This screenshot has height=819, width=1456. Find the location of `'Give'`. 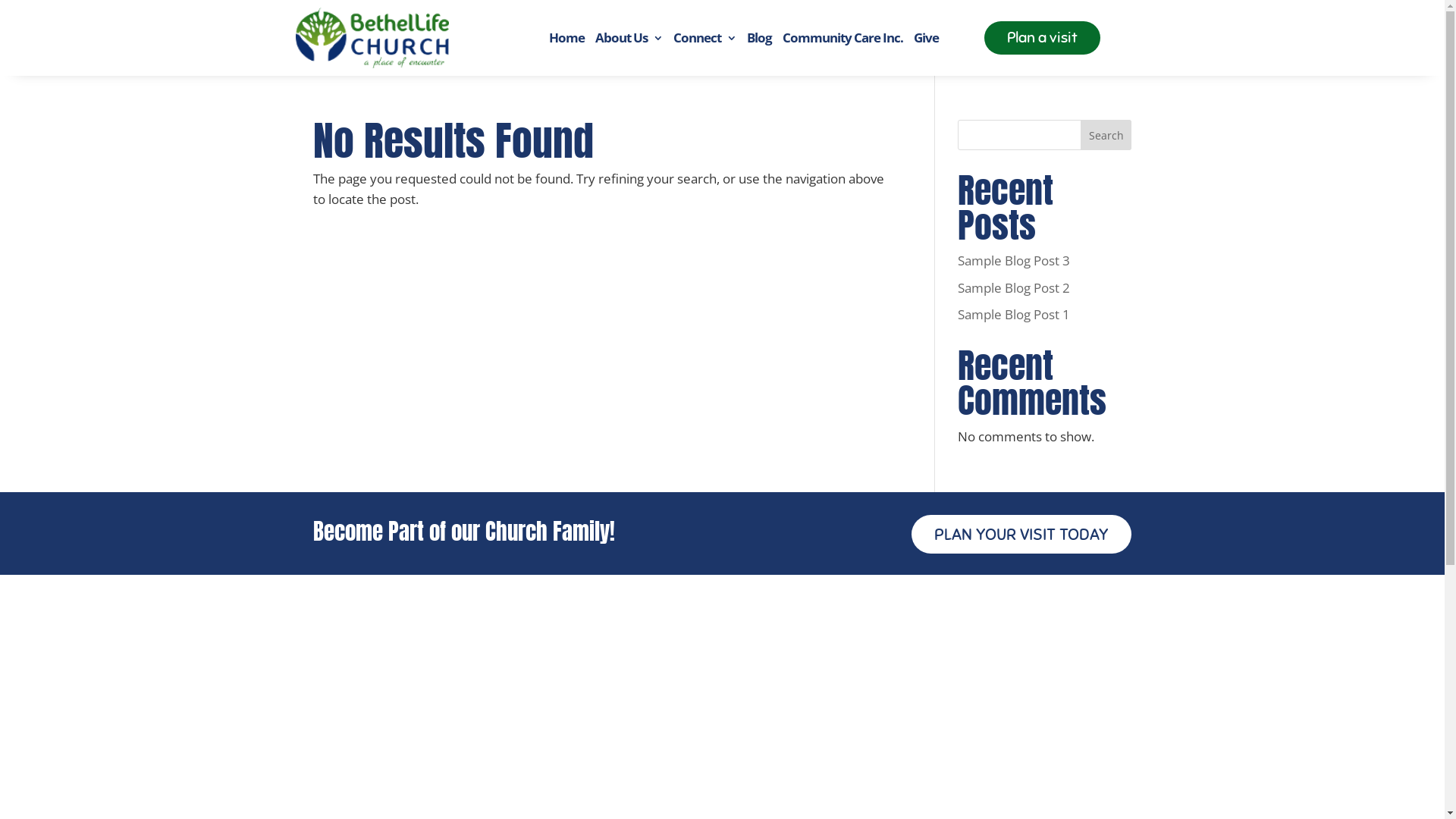

'Give' is located at coordinates (925, 37).